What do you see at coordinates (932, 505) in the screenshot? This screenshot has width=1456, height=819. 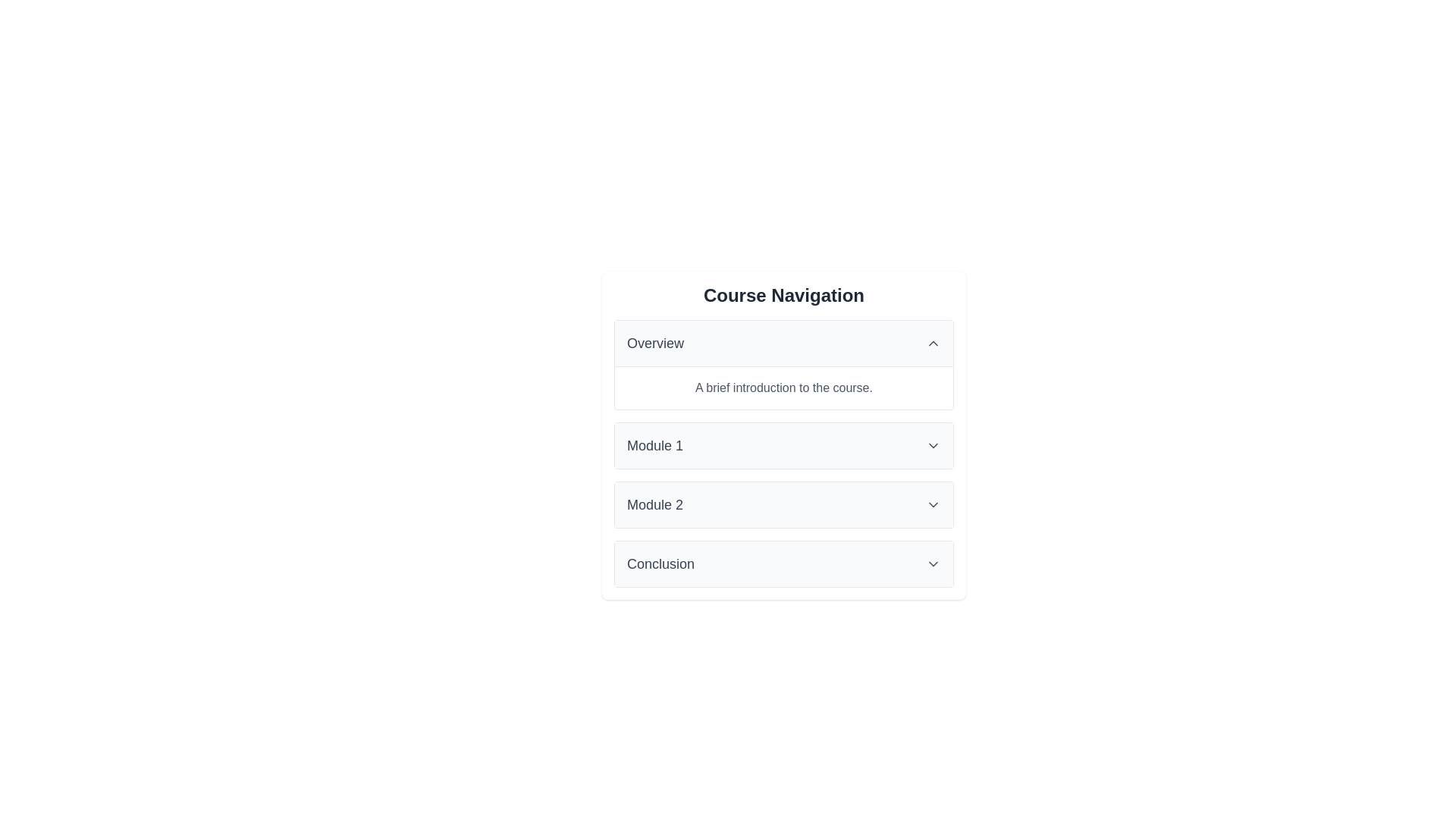 I see `the Chevron icon located on the right side of the 'Module 2' label` at bounding box center [932, 505].